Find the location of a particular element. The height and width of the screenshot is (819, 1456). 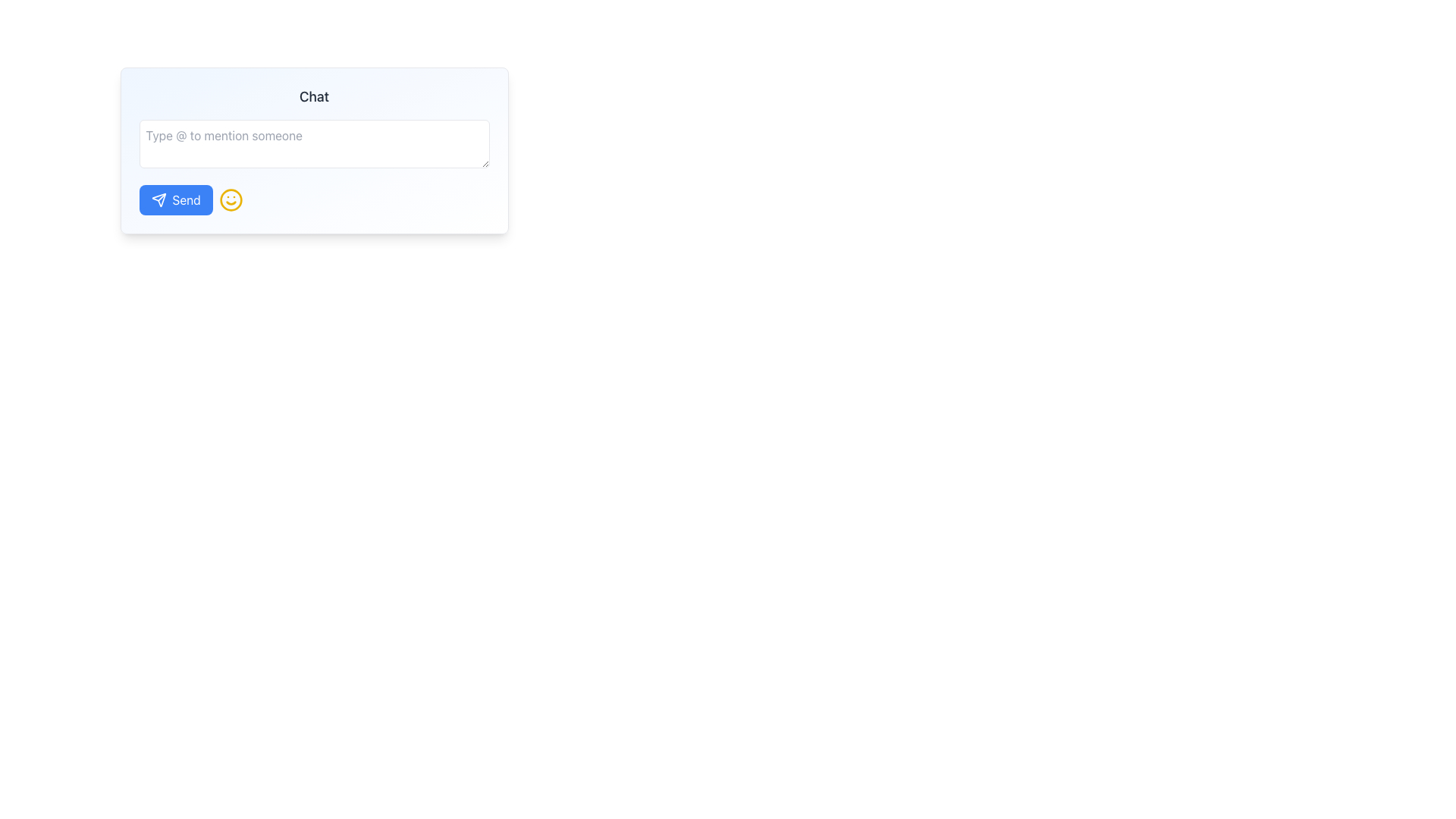

the decorative icon within the 'Send' button, located to the left of the label 'Send', which visually represents the action of sending a message is located at coordinates (158, 199).